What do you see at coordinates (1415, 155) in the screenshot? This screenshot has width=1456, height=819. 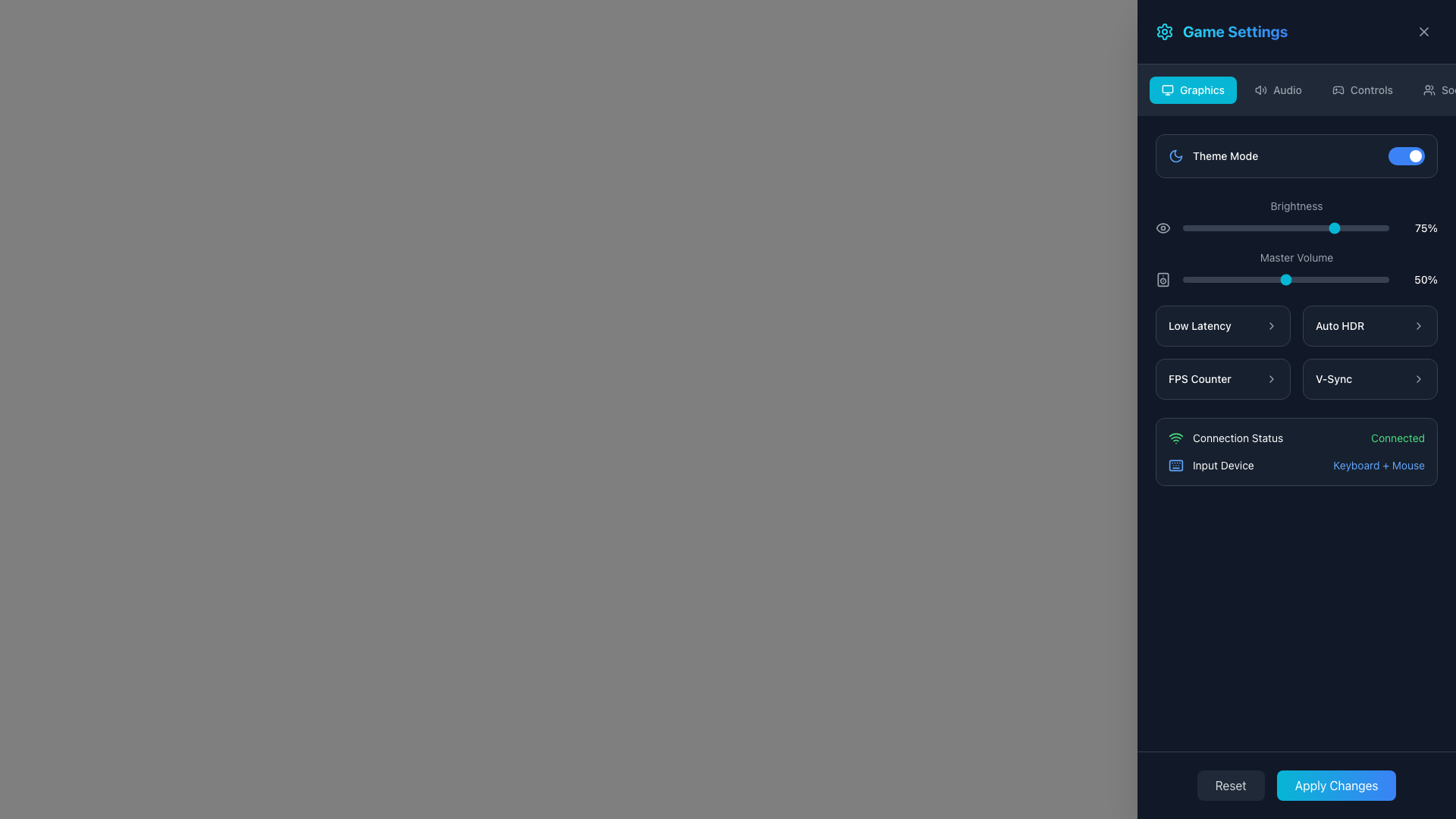 I see `the circular indicator at the far right of the toggle switch` at bounding box center [1415, 155].